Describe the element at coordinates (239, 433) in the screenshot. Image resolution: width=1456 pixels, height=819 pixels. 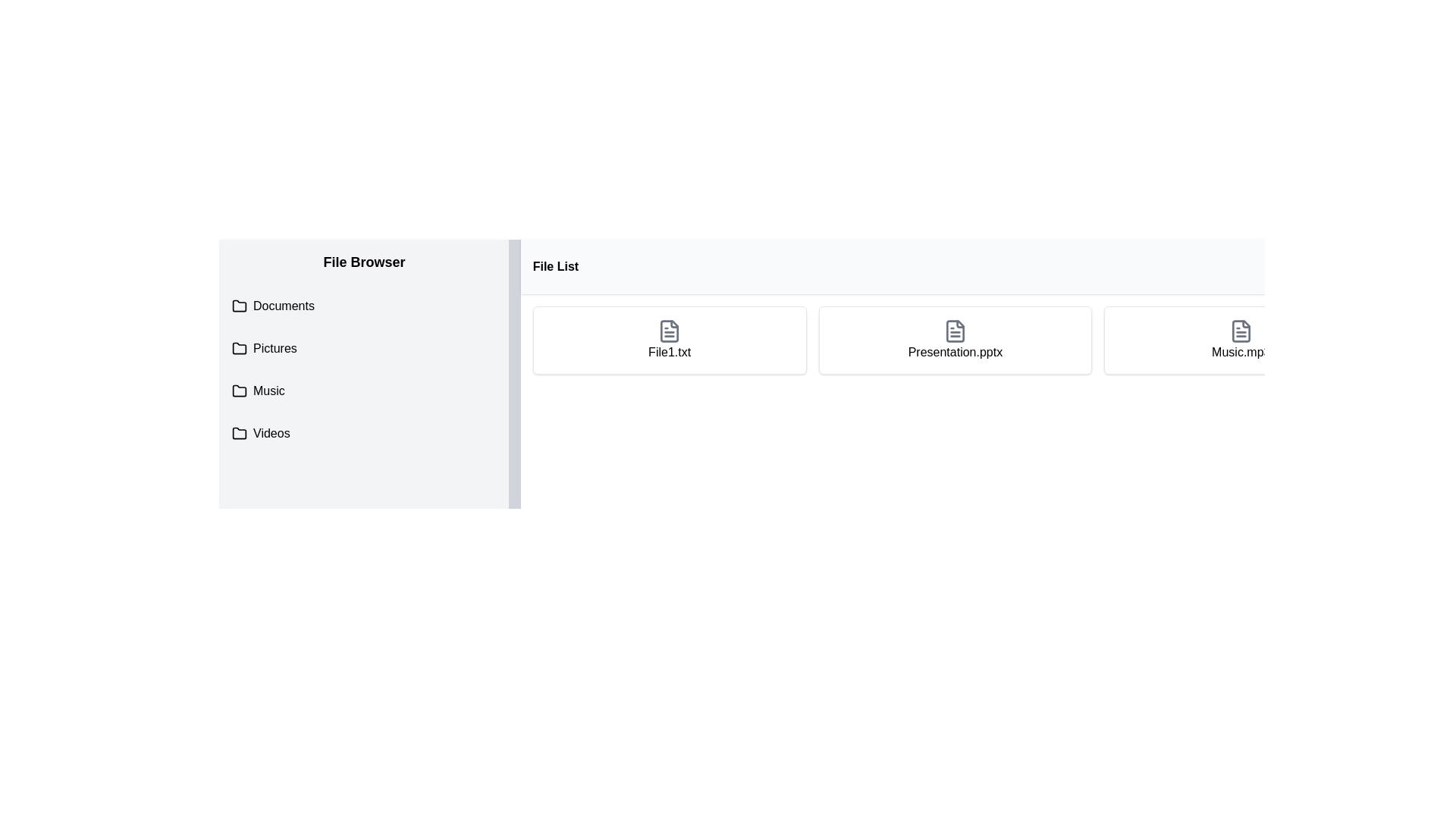
I see `the folder icon located next to the 'Videos' text in the file browser sidebar` at that location.